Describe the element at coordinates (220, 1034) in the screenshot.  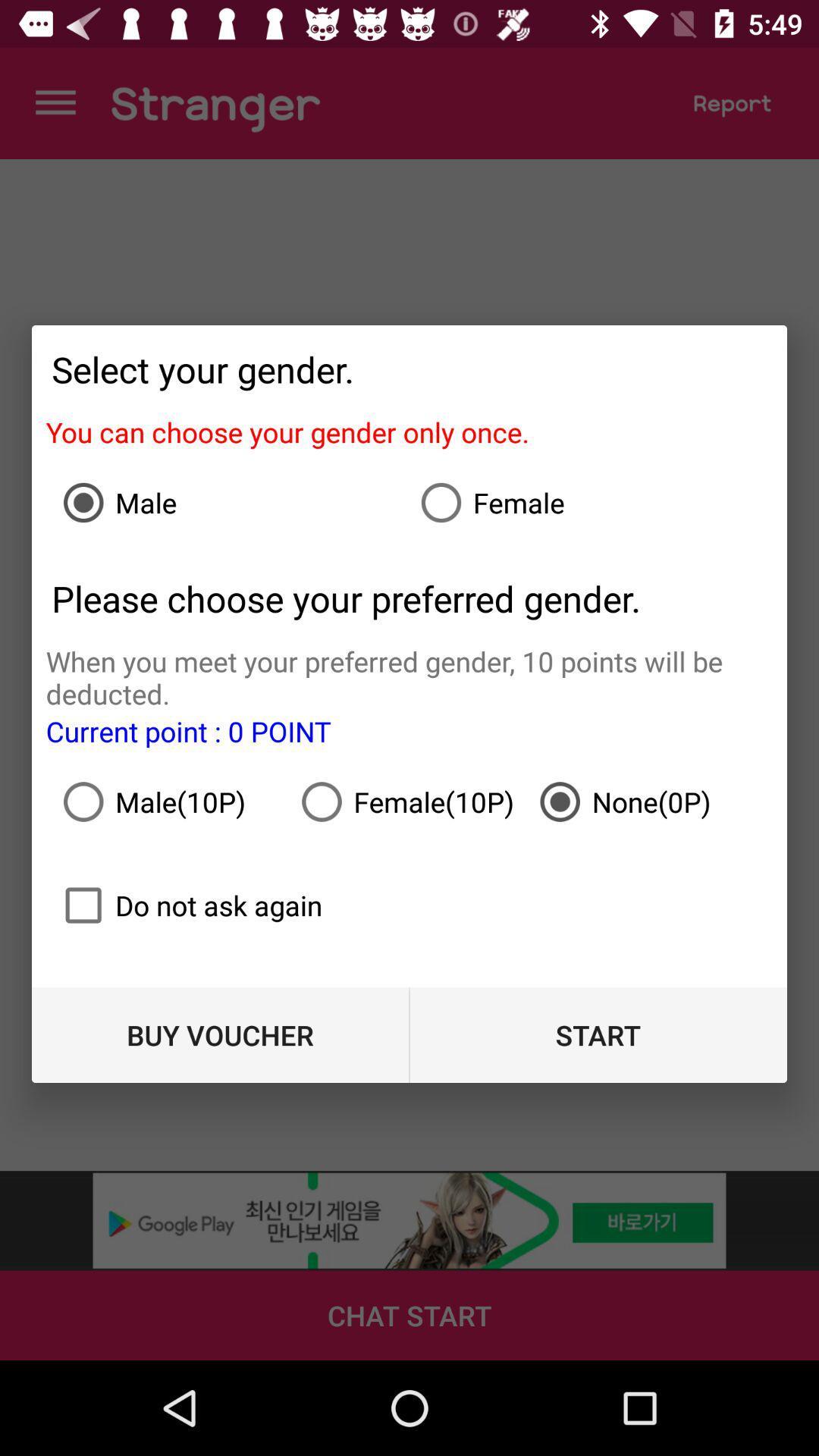
I see `icon next to start icon` at that location.